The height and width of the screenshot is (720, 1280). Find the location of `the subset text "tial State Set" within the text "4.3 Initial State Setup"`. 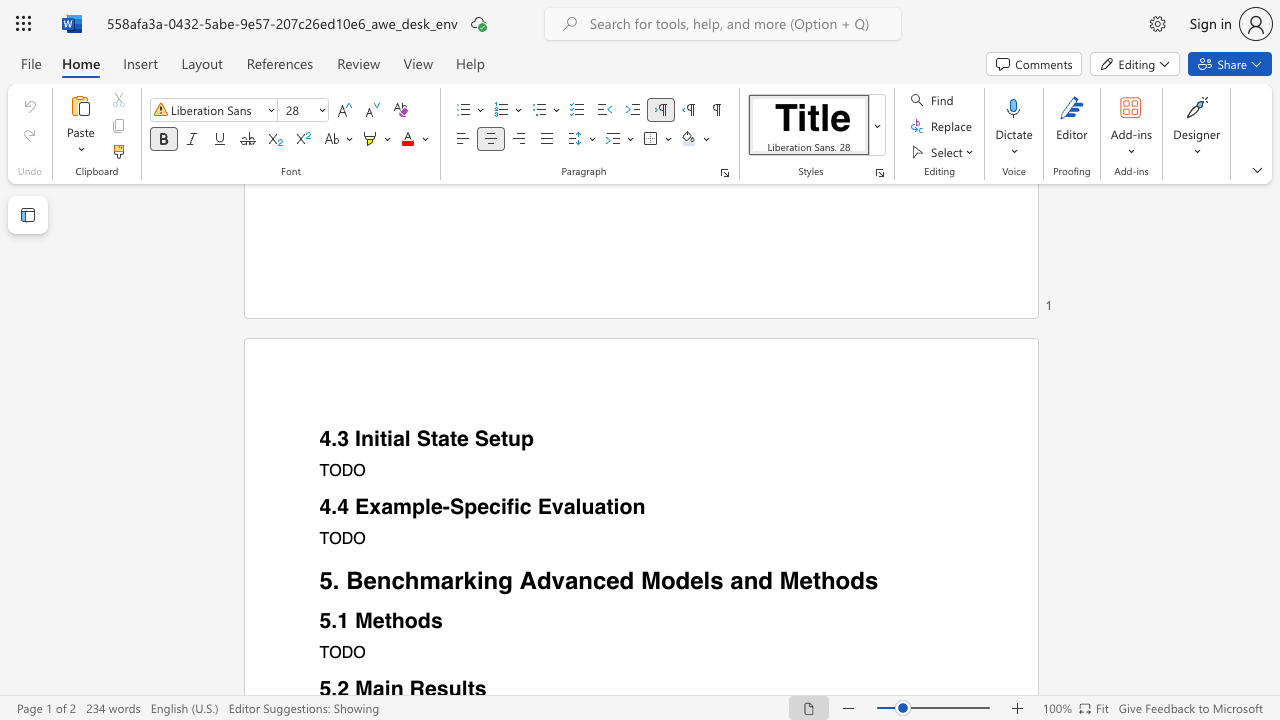

the subset text "tial State Set" within the text "4.3 Initial State Setup" is located at coordinates (379, 438).